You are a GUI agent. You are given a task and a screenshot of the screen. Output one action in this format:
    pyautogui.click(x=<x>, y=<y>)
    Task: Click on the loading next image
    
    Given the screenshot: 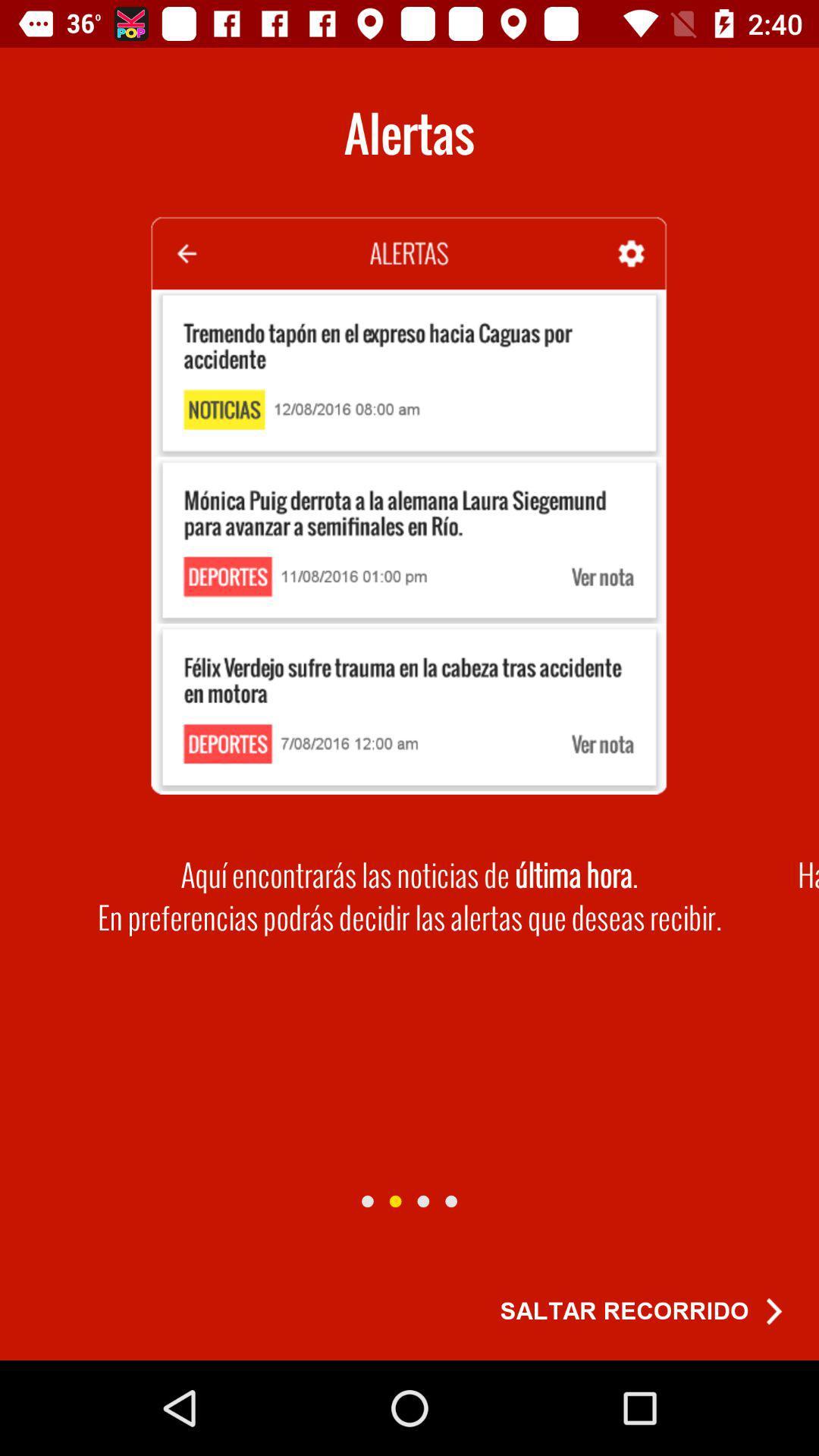 What is the action you would take?
    pyautogui.click(x=367, y=1200)
    